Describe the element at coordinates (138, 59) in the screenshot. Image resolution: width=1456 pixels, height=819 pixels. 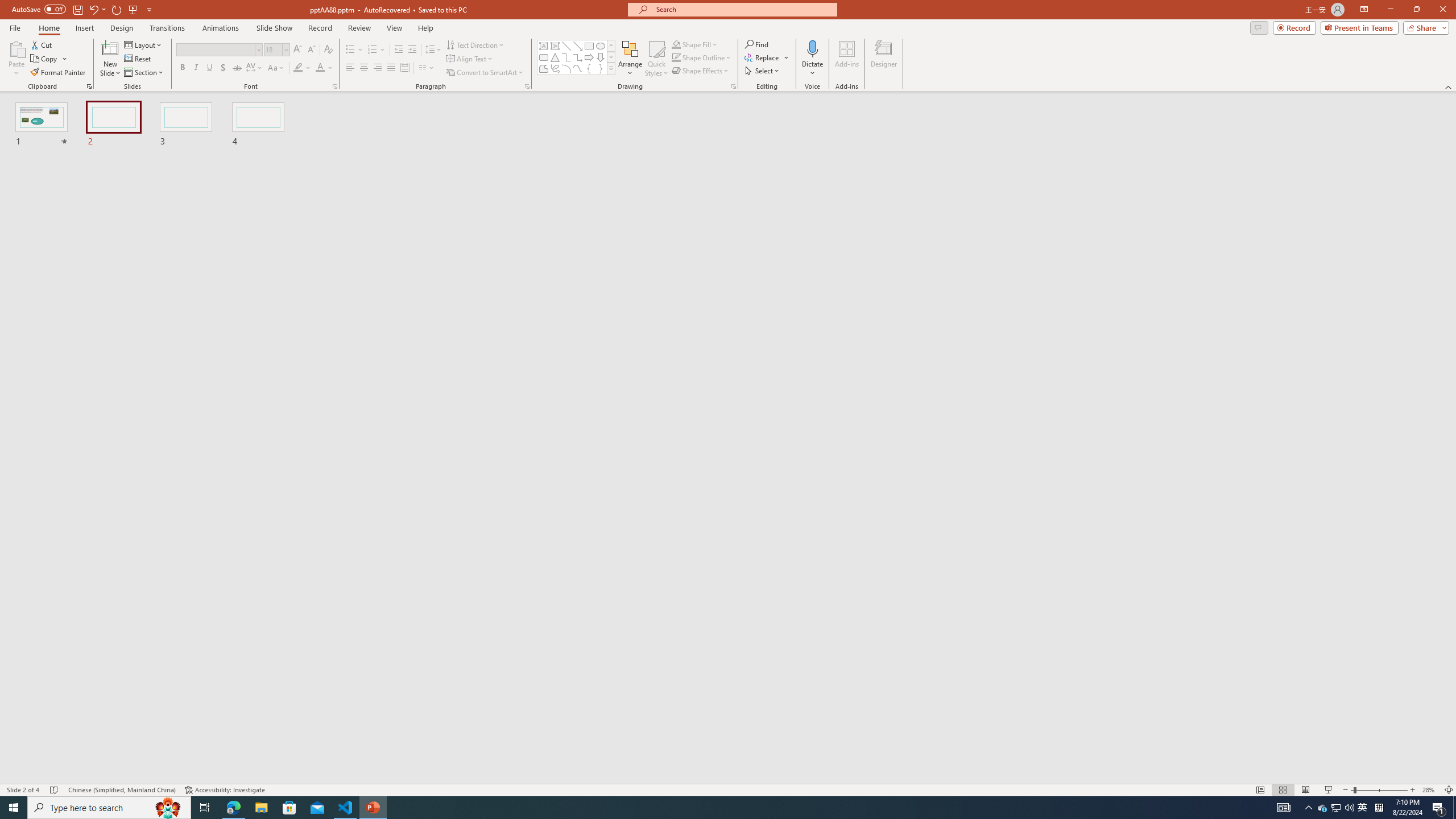
I see `'Reset'` at that location.